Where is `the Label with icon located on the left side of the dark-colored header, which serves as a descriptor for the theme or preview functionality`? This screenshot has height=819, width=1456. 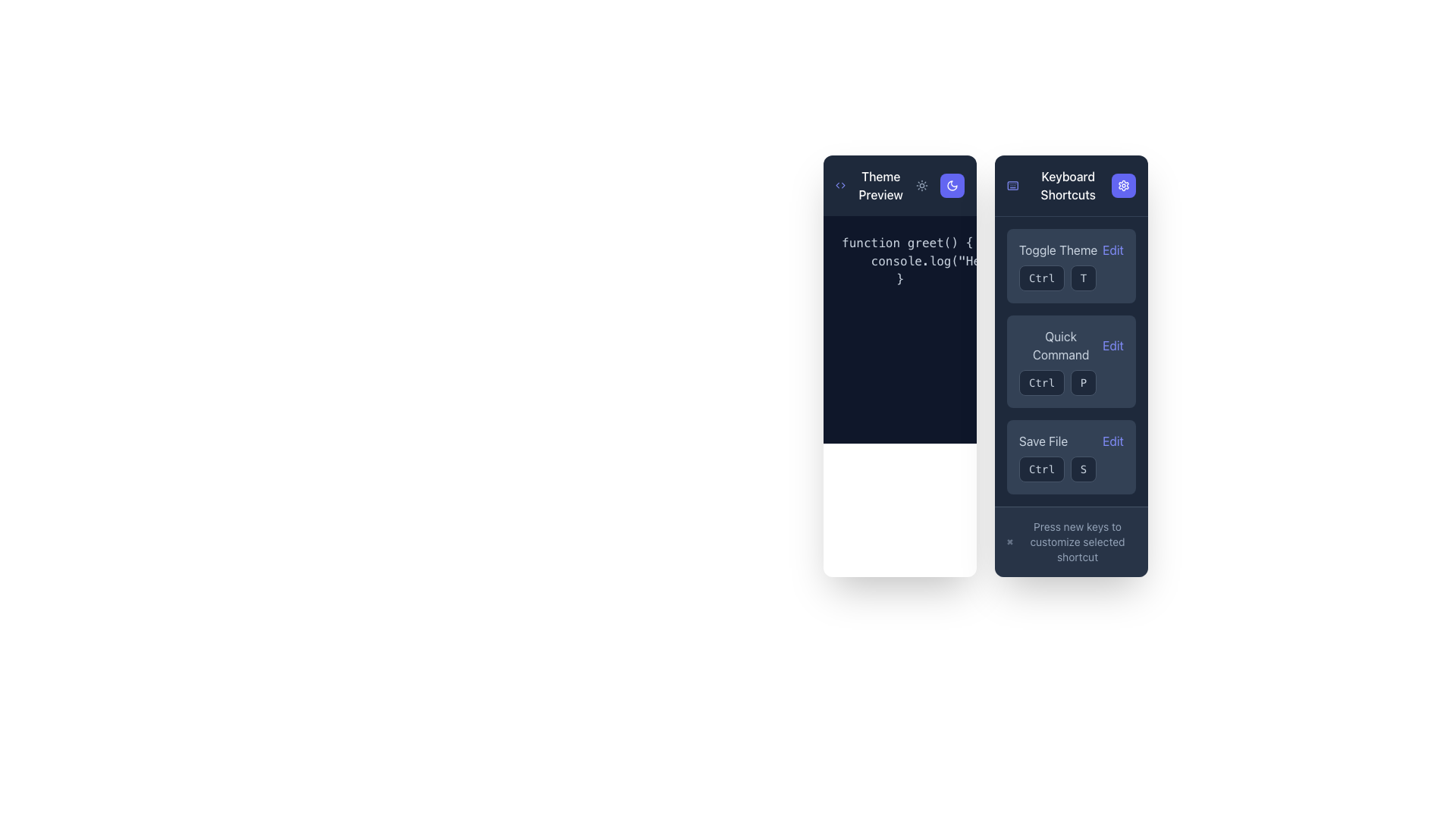 the Label with icon located on the left side of the dark-colored header, which serves as a descriptor for the theme or preview functionality is located at coordinates (873, 185).